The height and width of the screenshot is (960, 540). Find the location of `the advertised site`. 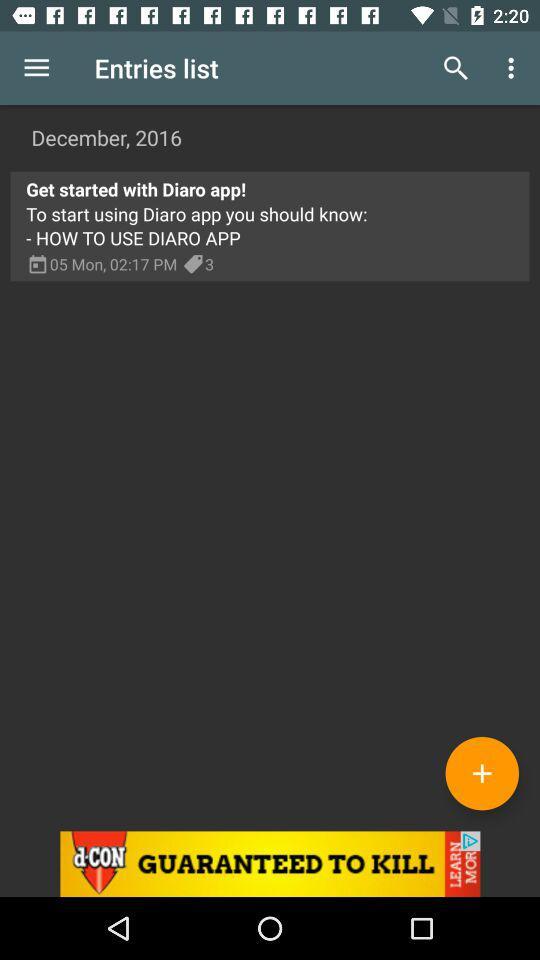

the advertised site is located at coordinates (270, 863).